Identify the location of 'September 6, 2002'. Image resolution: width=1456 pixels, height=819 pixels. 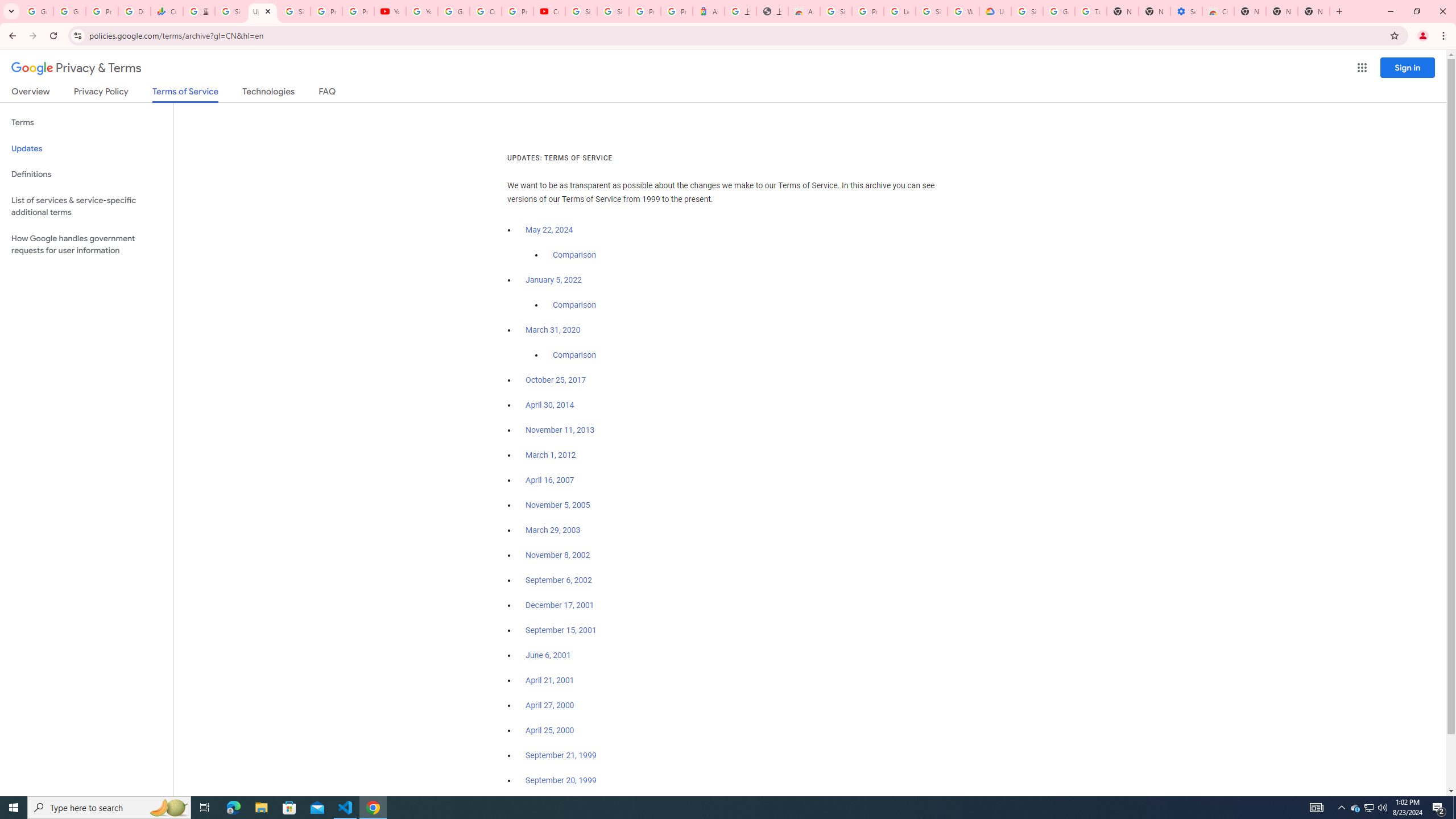
(559, 580).